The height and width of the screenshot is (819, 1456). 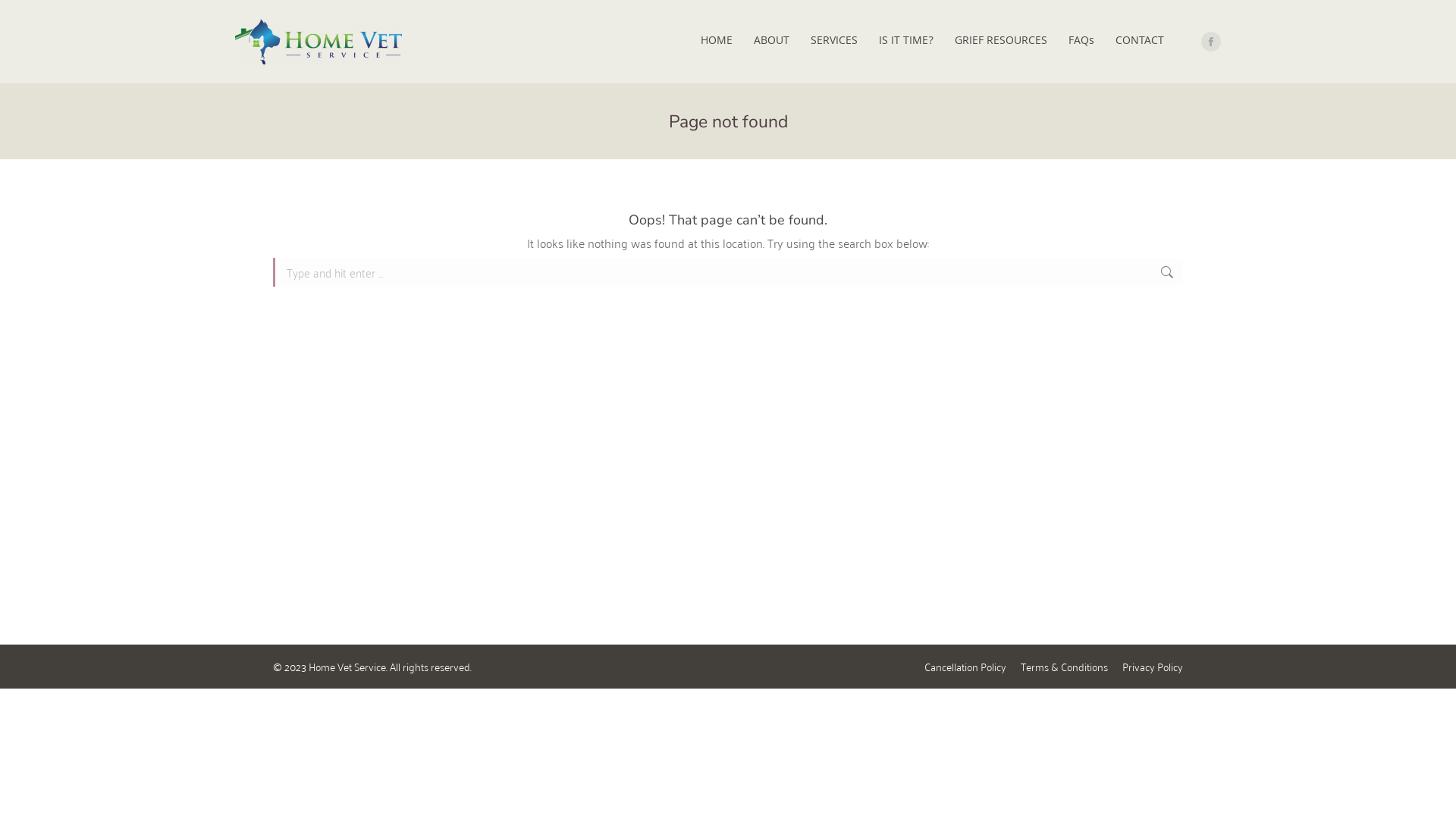 I want to click on 'IS IT TIME?', so click(x=906, y=40).